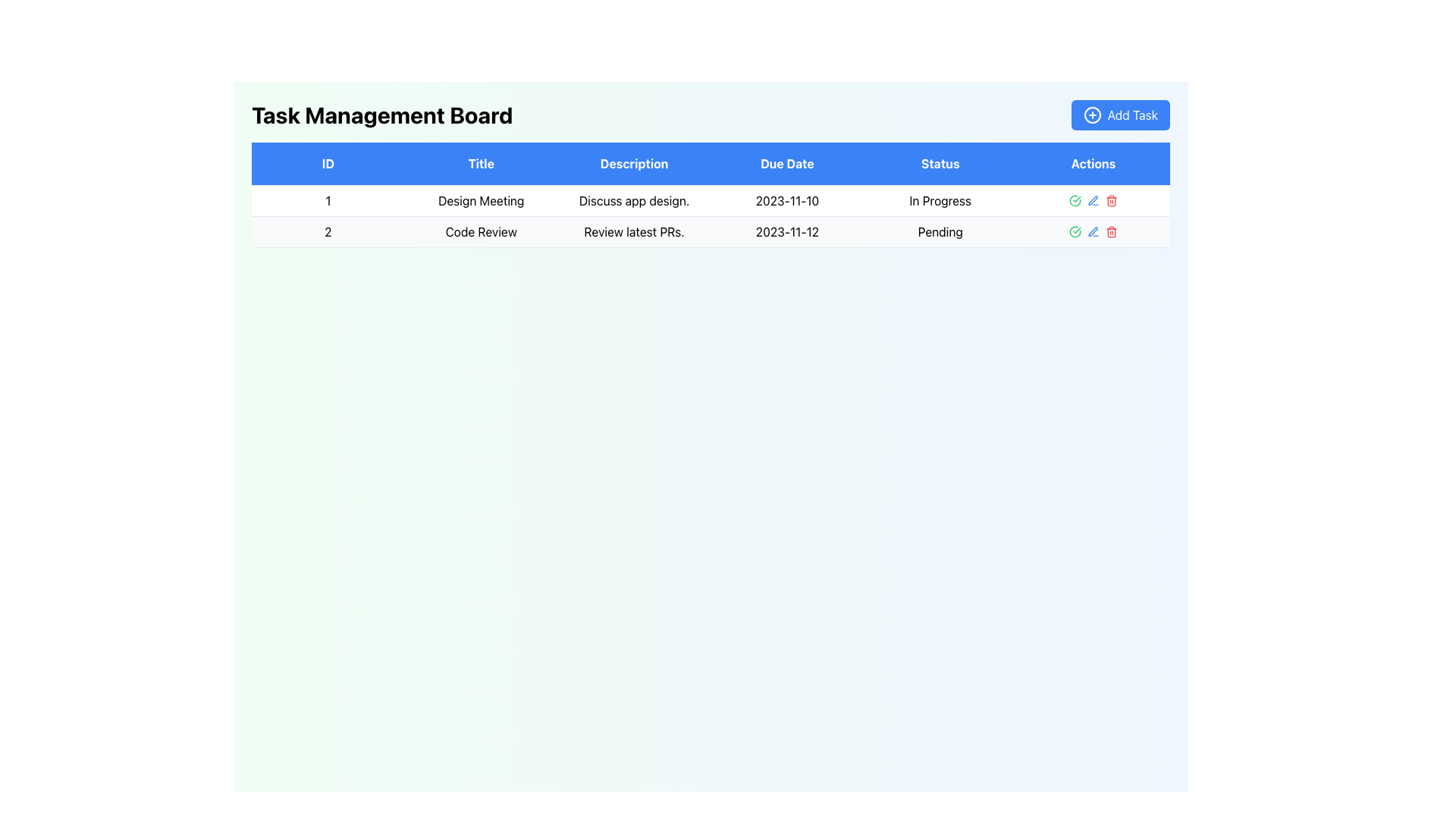 This screenshot has width=1456, height=819. Describe the element at coordinates (634, 200) in the screenshot. I see `the task description text labeled 'Design Meeting' in the task management table` at that location.